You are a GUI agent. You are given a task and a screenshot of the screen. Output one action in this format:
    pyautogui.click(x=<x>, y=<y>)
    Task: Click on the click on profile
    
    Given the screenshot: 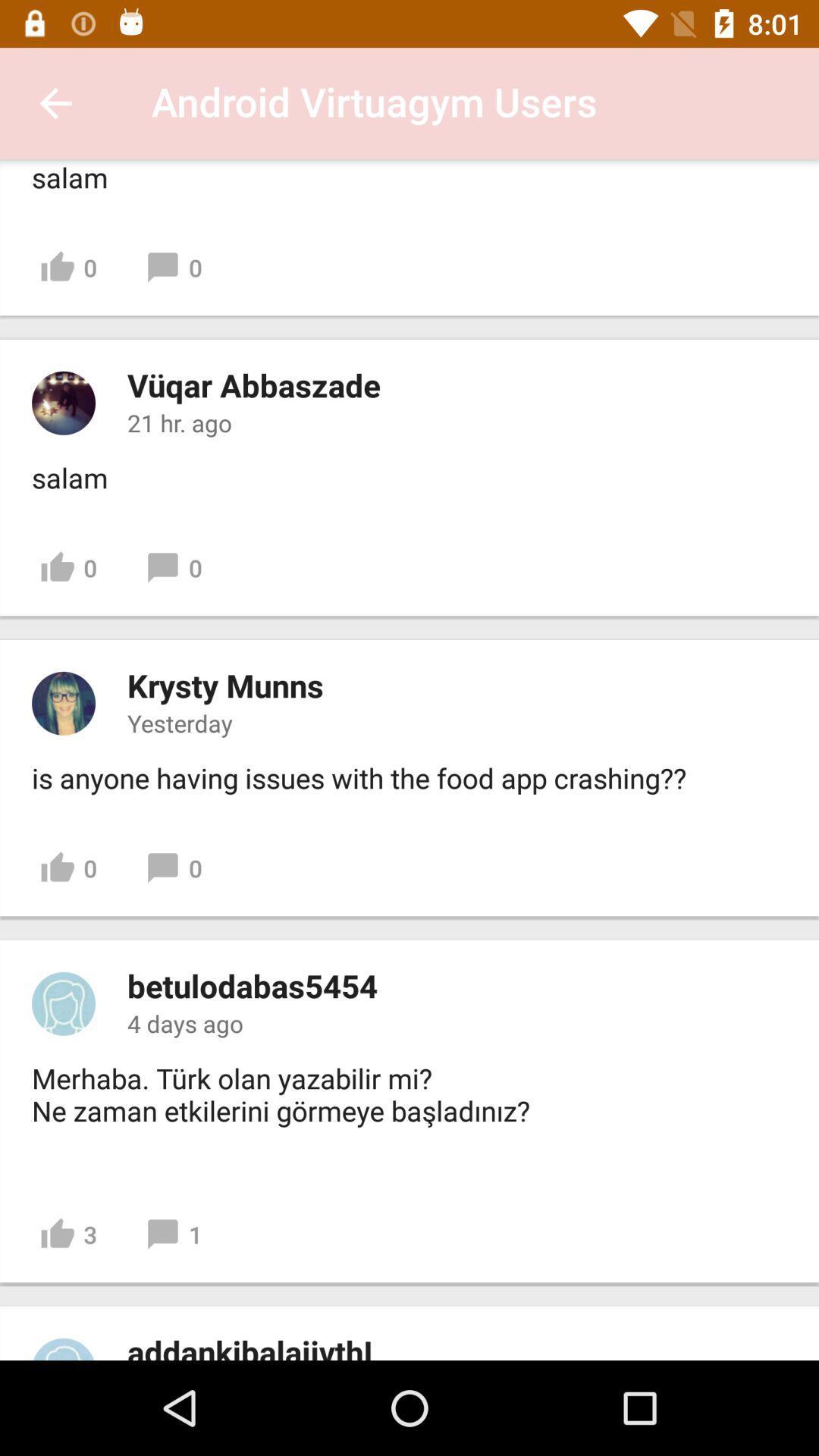 What is the action you would take?
    pyautogui.click(x=63, y=1003)
    